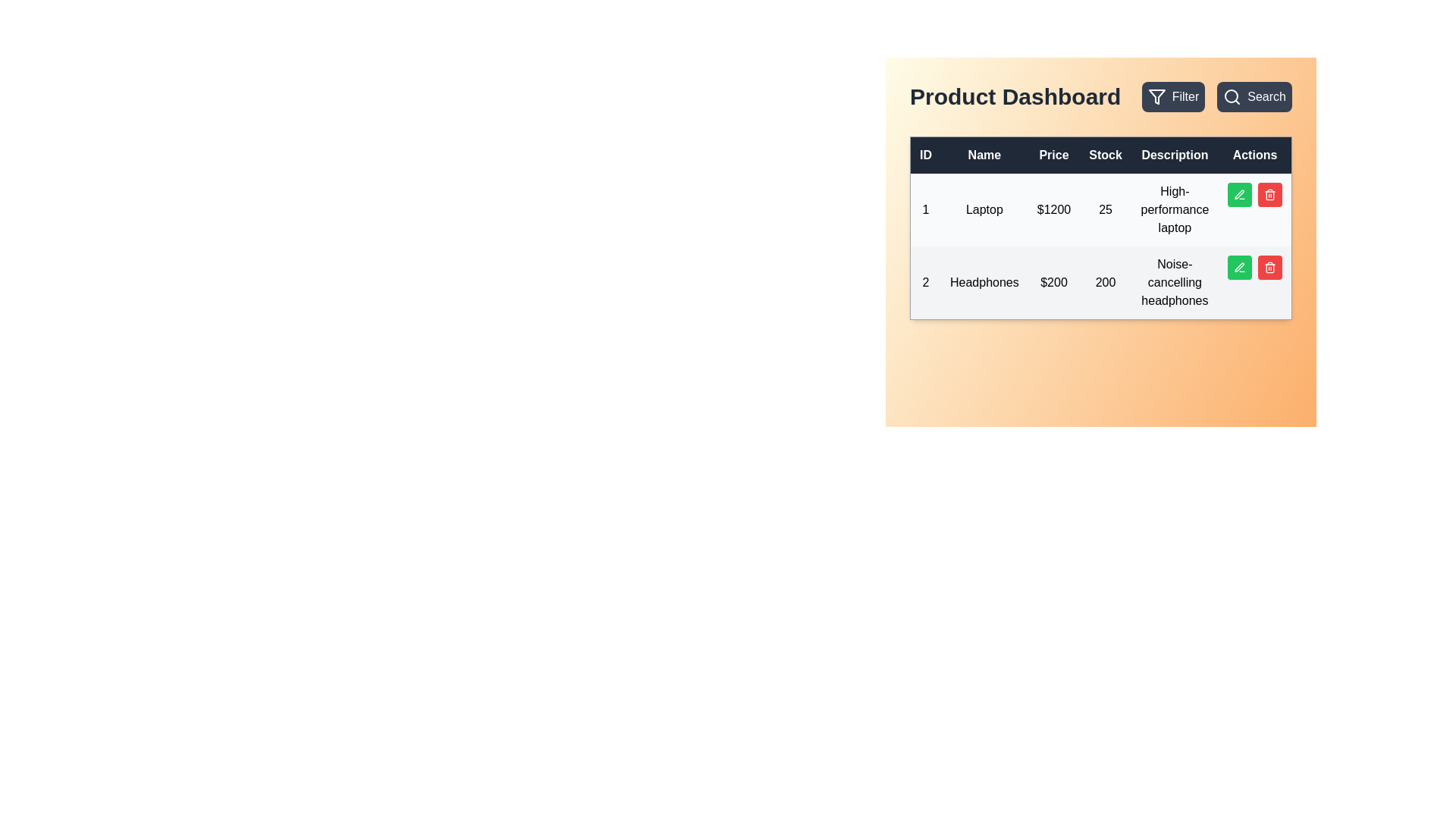 Image resolution: width=1456 pixels, height=819 pixels. I want to click on the first button in the 'Actions' column of the second row in the product table for 'Headphones', so click(1239, 266).